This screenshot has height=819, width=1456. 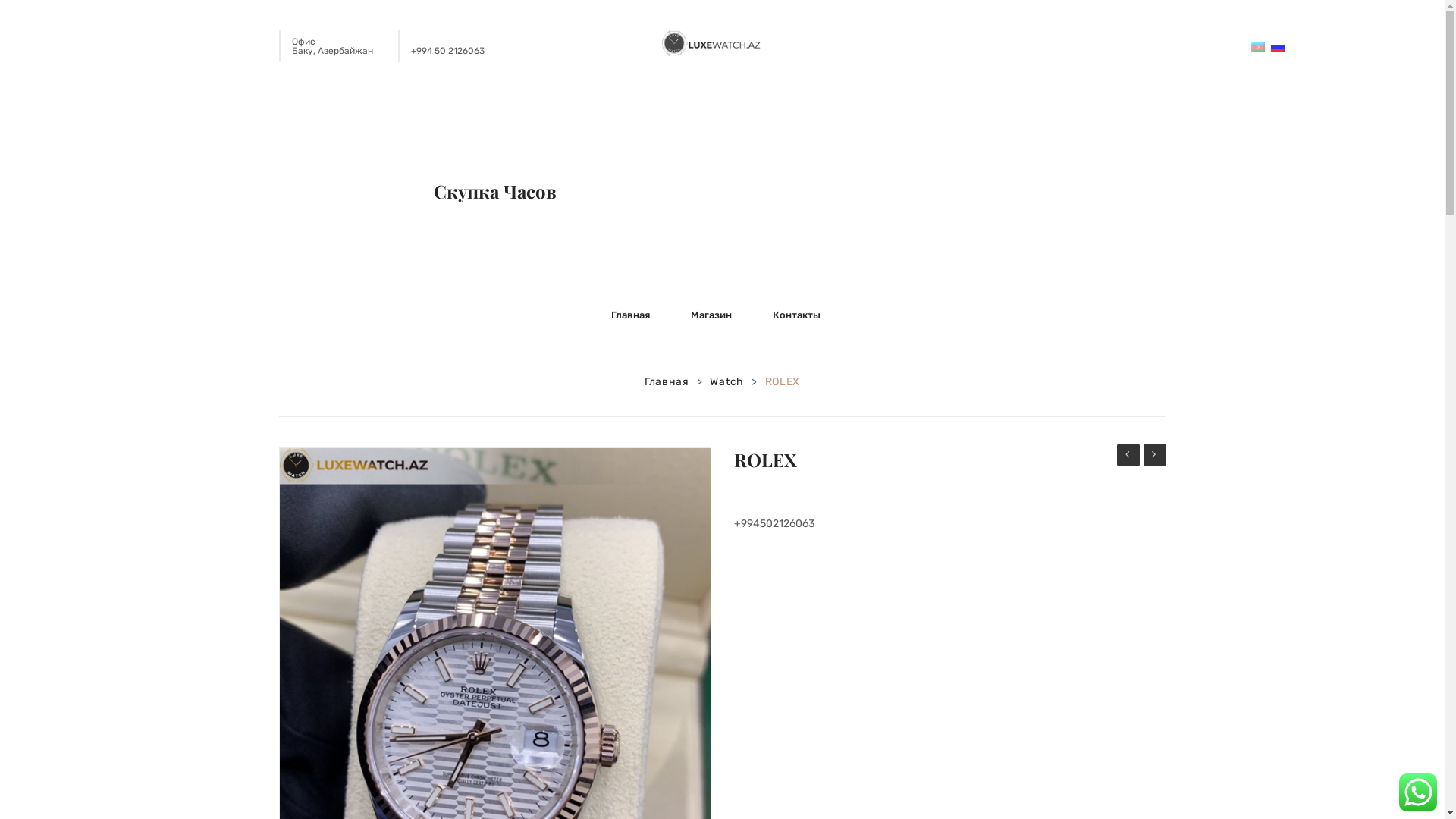 I want to click on 'PERRELET', so click(x=1153, y=454).